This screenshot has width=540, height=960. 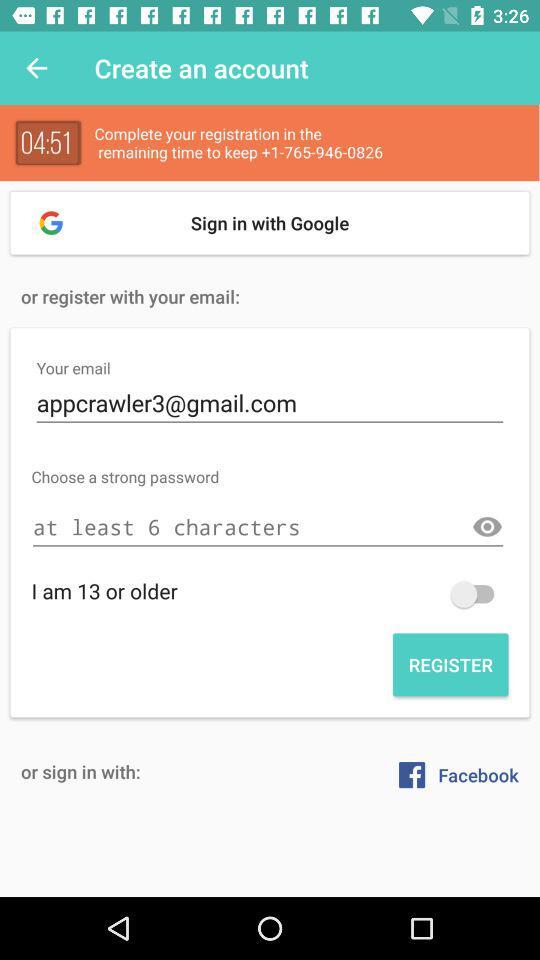 What do you see at coordinates (476, 594) in the screenshot?
I see `switch autoplay option` at bounding box center [476, 594].